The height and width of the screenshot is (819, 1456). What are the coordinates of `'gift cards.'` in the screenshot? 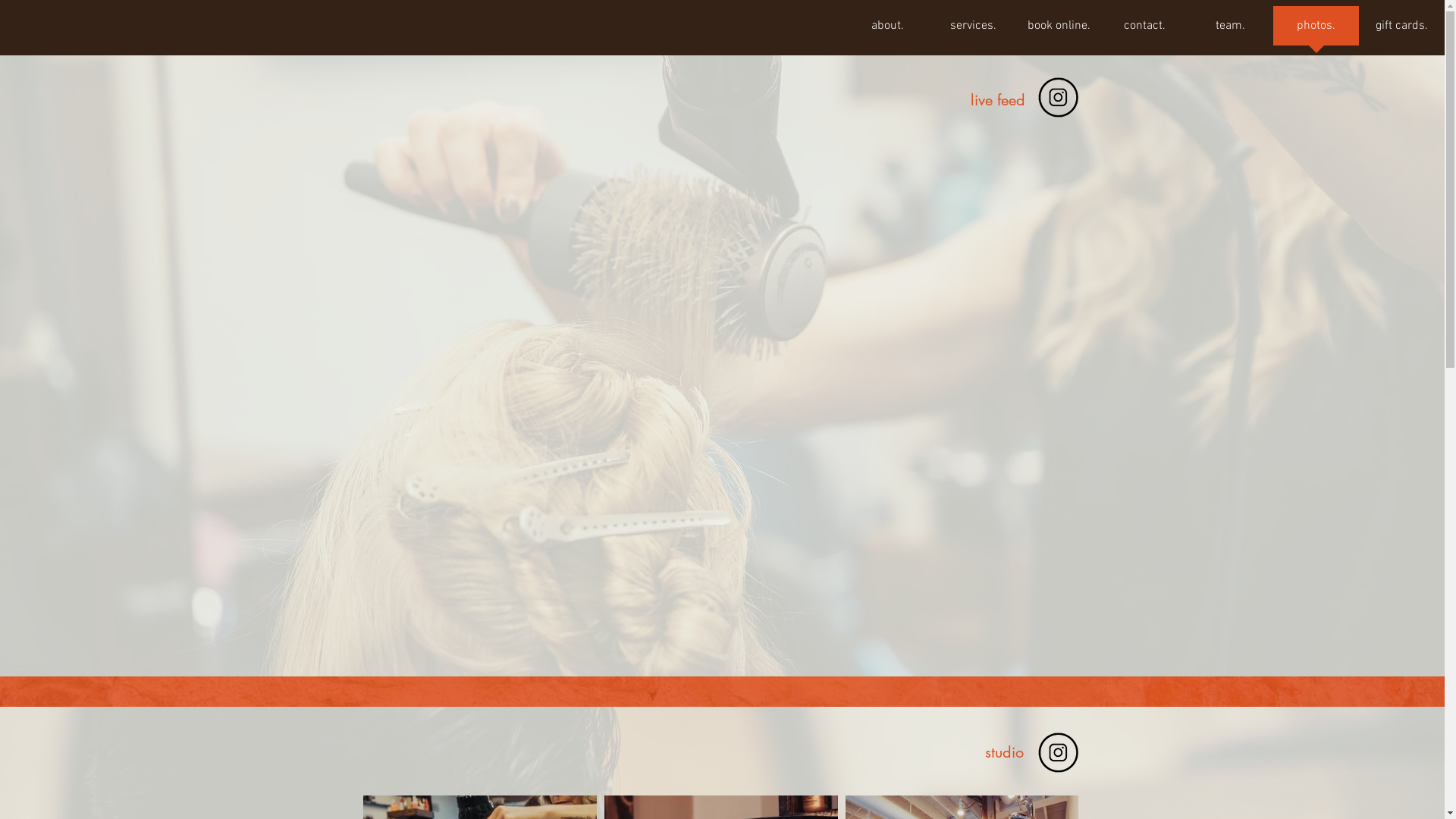 It's located at (1401, 30).